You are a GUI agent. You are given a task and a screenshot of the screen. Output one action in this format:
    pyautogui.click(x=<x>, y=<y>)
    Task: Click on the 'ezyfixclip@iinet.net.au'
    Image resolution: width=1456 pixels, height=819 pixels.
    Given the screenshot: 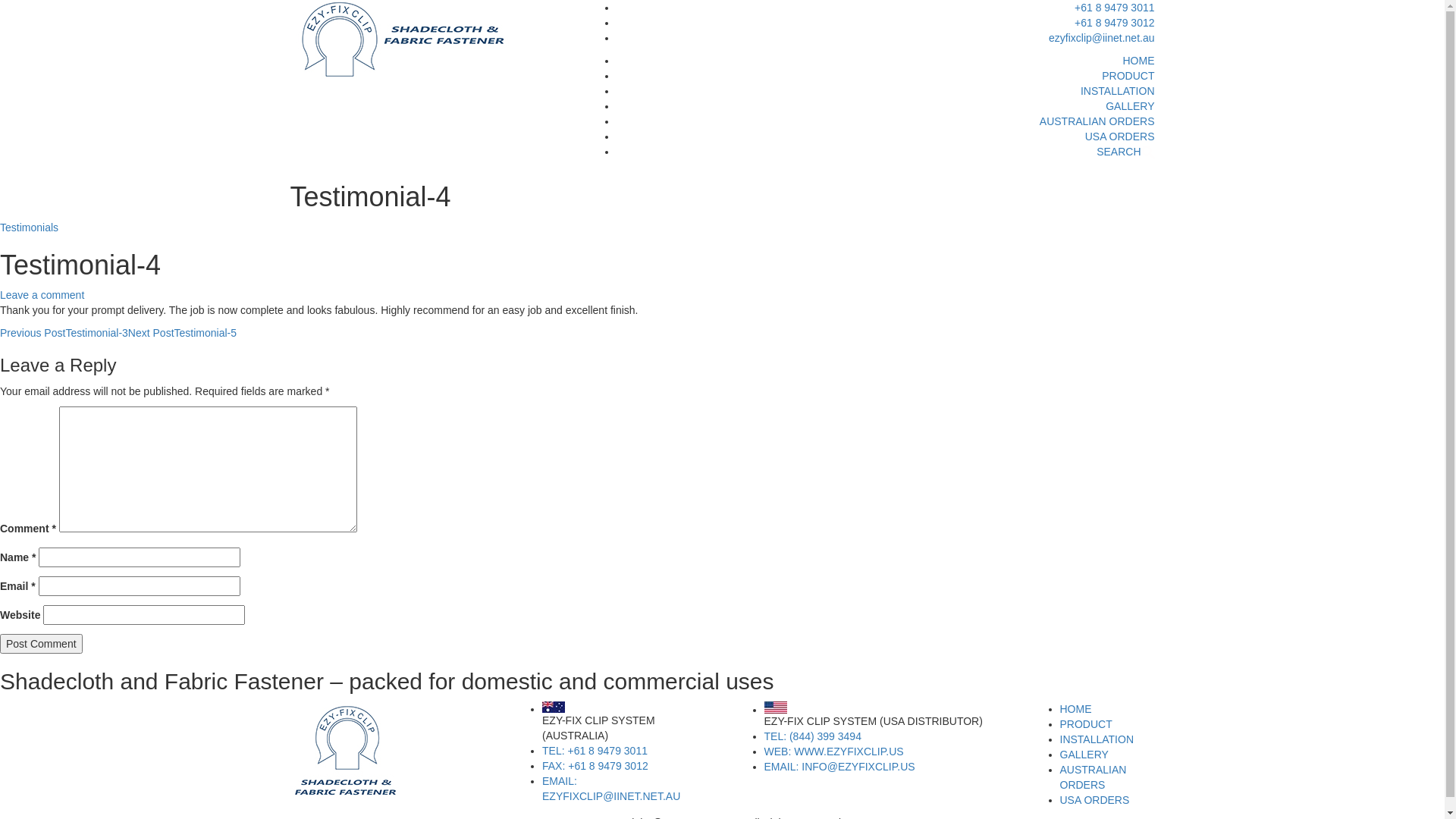 What is the action you would take?
    pyautogui.click(x=1102, y=37)
    